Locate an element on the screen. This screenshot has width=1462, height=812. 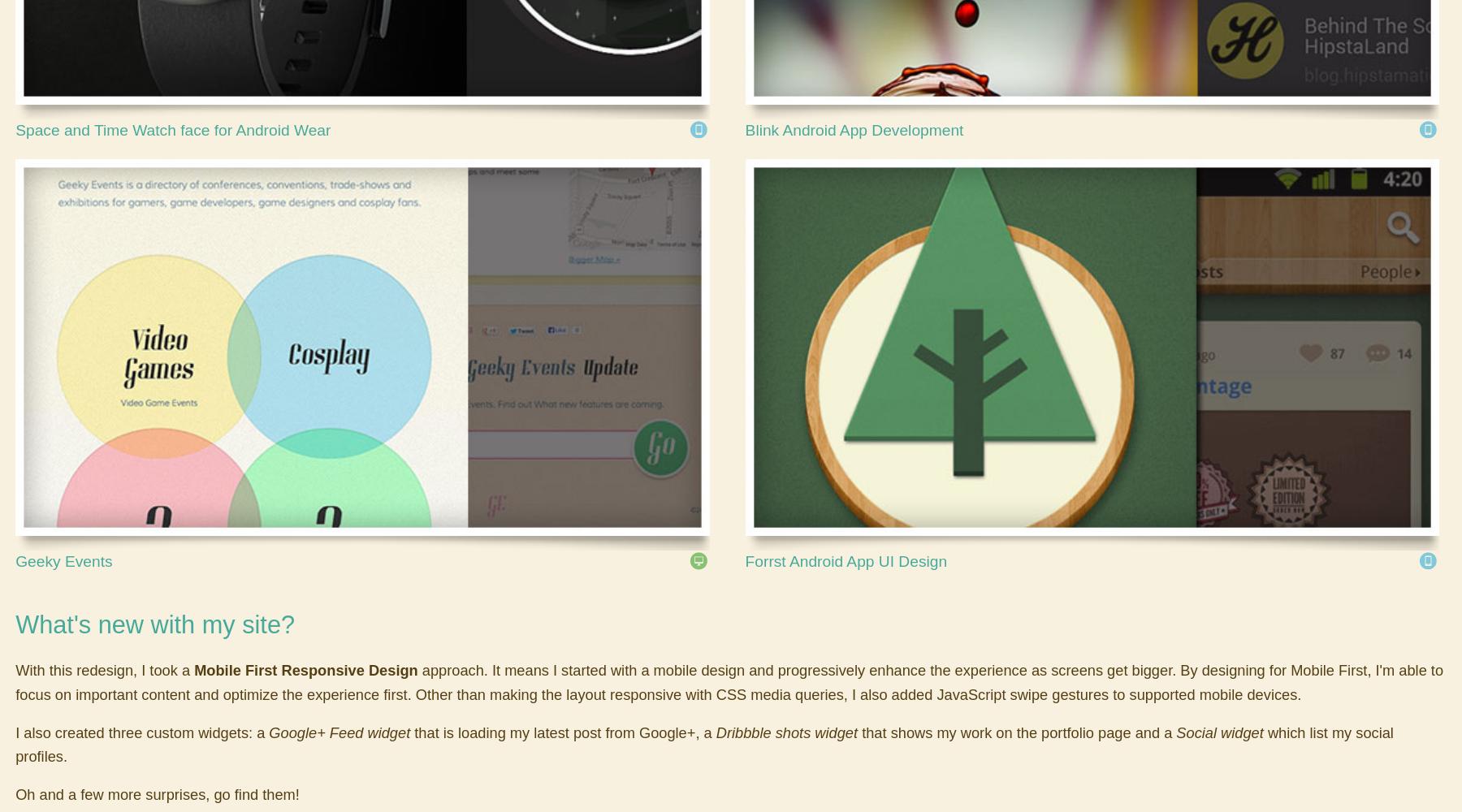
'which list my social profiles.' is located at coordinates (15, 744).